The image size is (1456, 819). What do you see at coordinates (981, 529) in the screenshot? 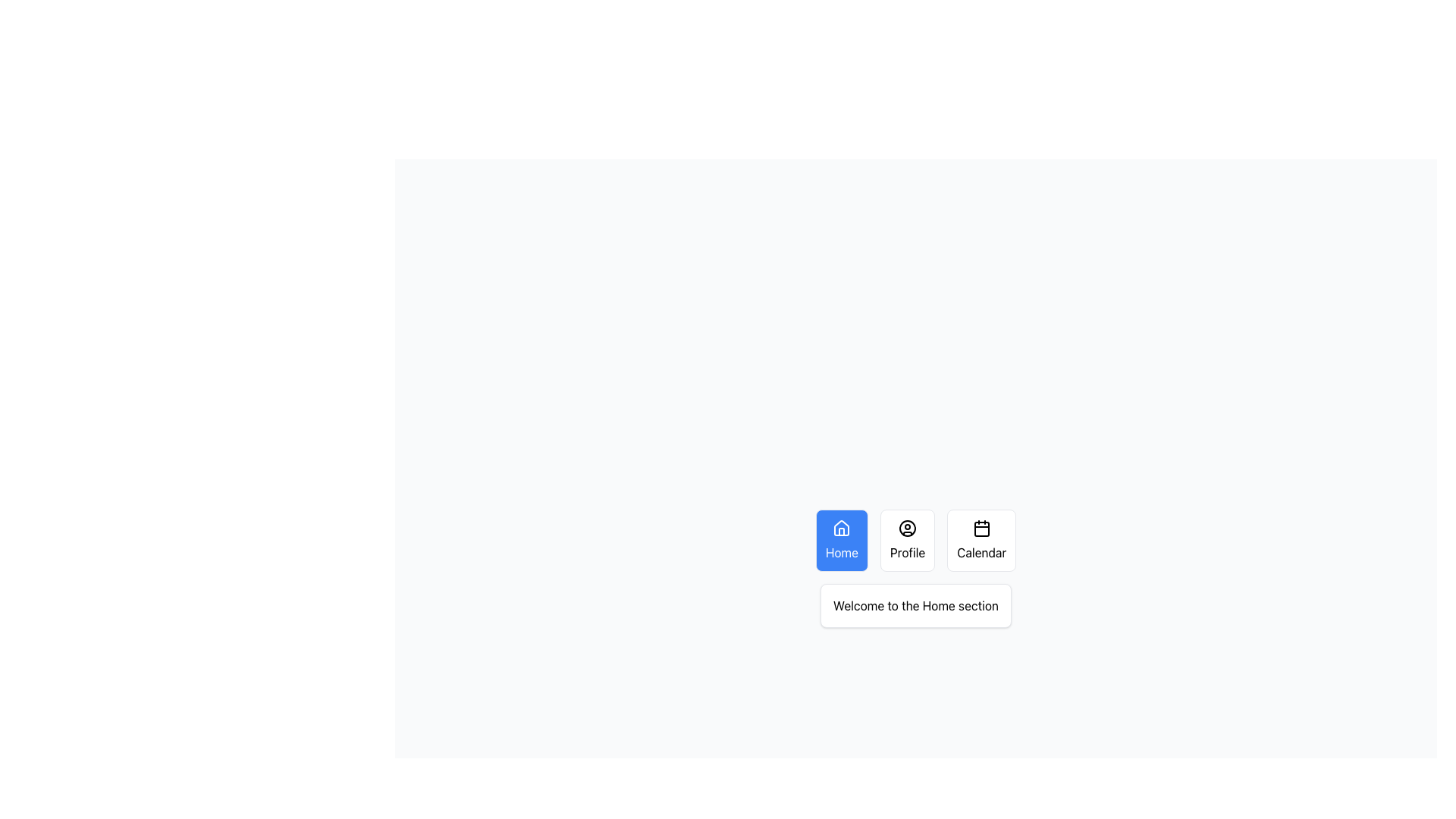
I see `the small square with rounded corners inside the calendar icon, which is part of the 'Calendar' menu item located at the bottom right of the page` at bounding box center [981, 529].